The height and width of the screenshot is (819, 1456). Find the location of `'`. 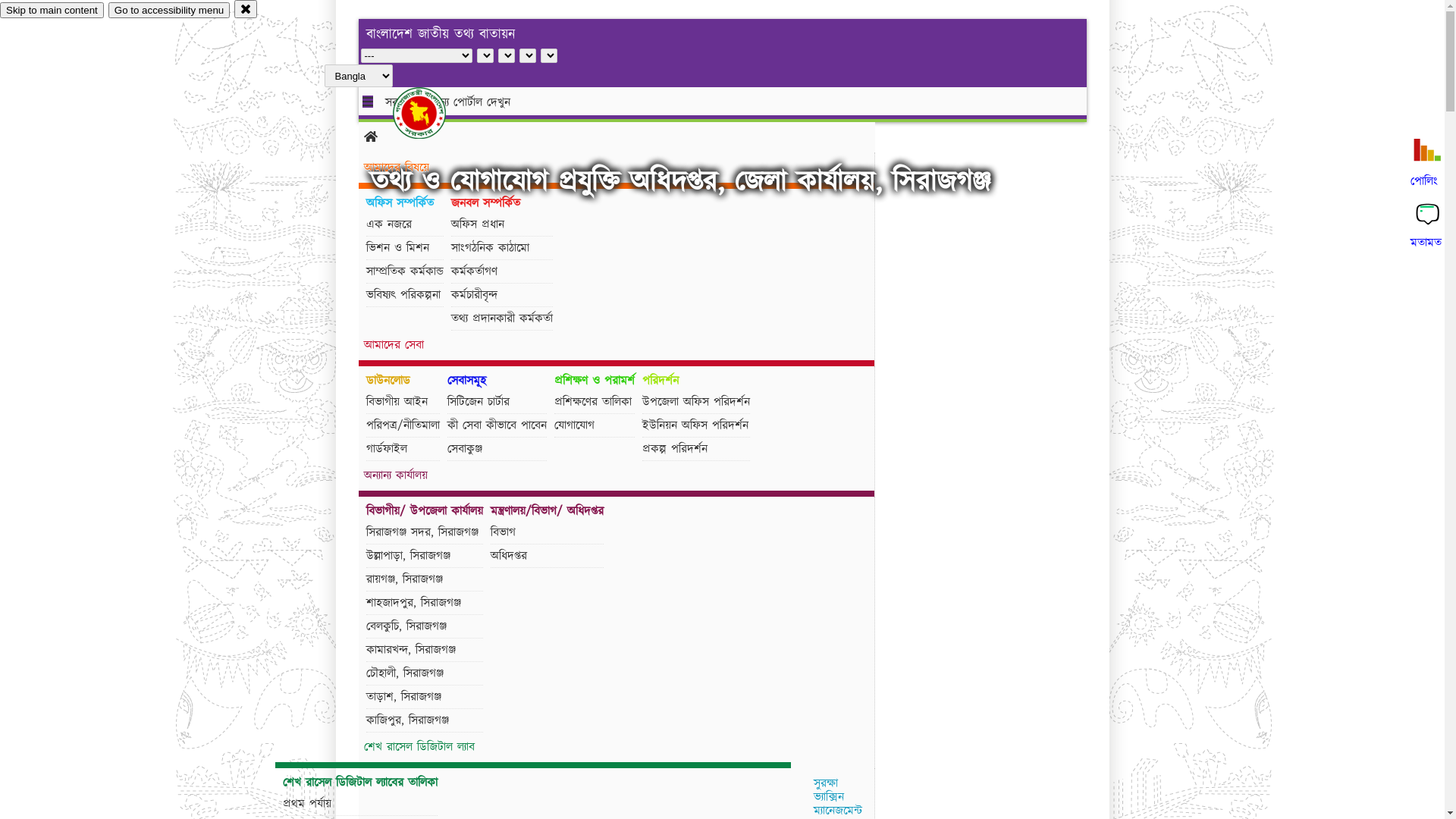

' is located at coordinates (431, 112).